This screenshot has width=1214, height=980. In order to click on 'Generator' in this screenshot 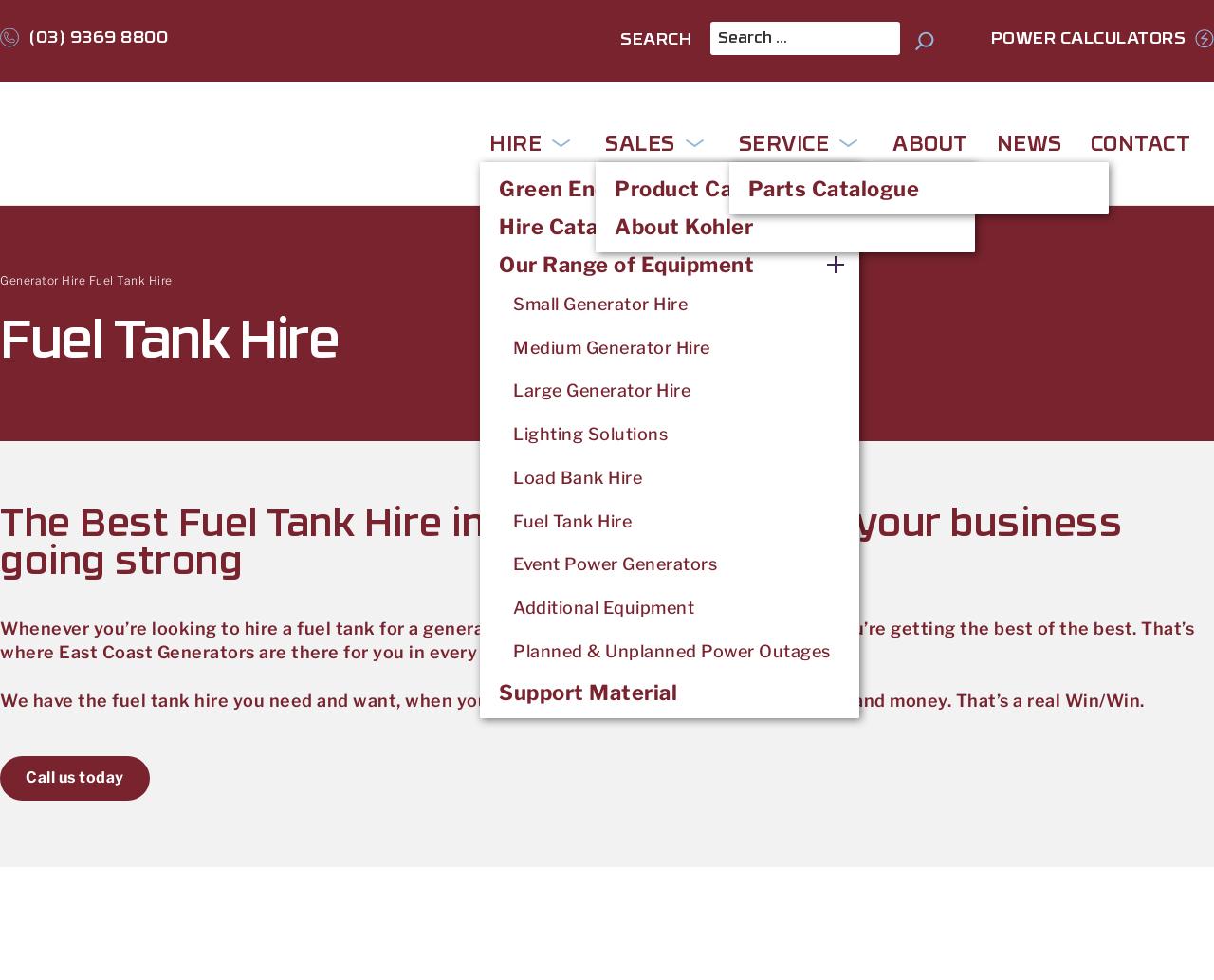, I will do `click(28, 279)`.